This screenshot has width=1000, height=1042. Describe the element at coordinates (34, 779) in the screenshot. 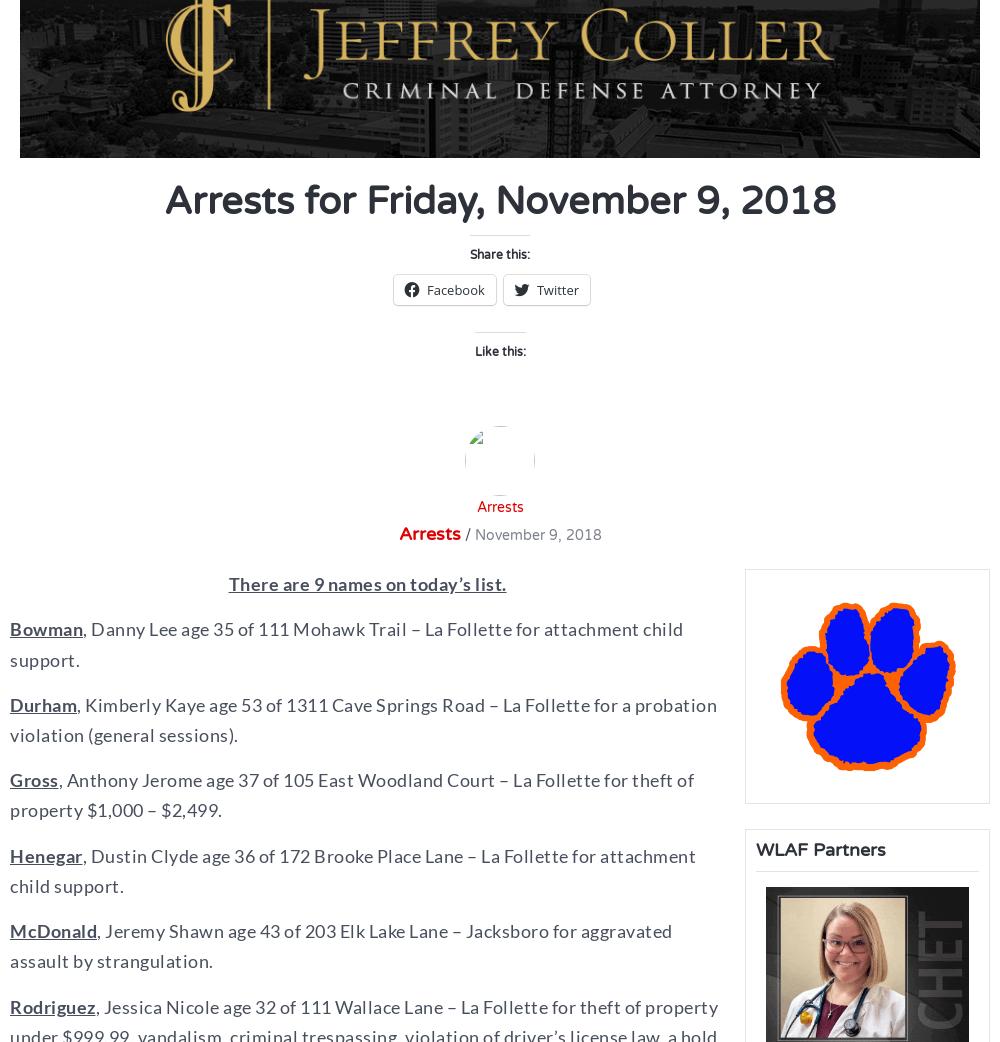

I see `'Gross'` at that location.